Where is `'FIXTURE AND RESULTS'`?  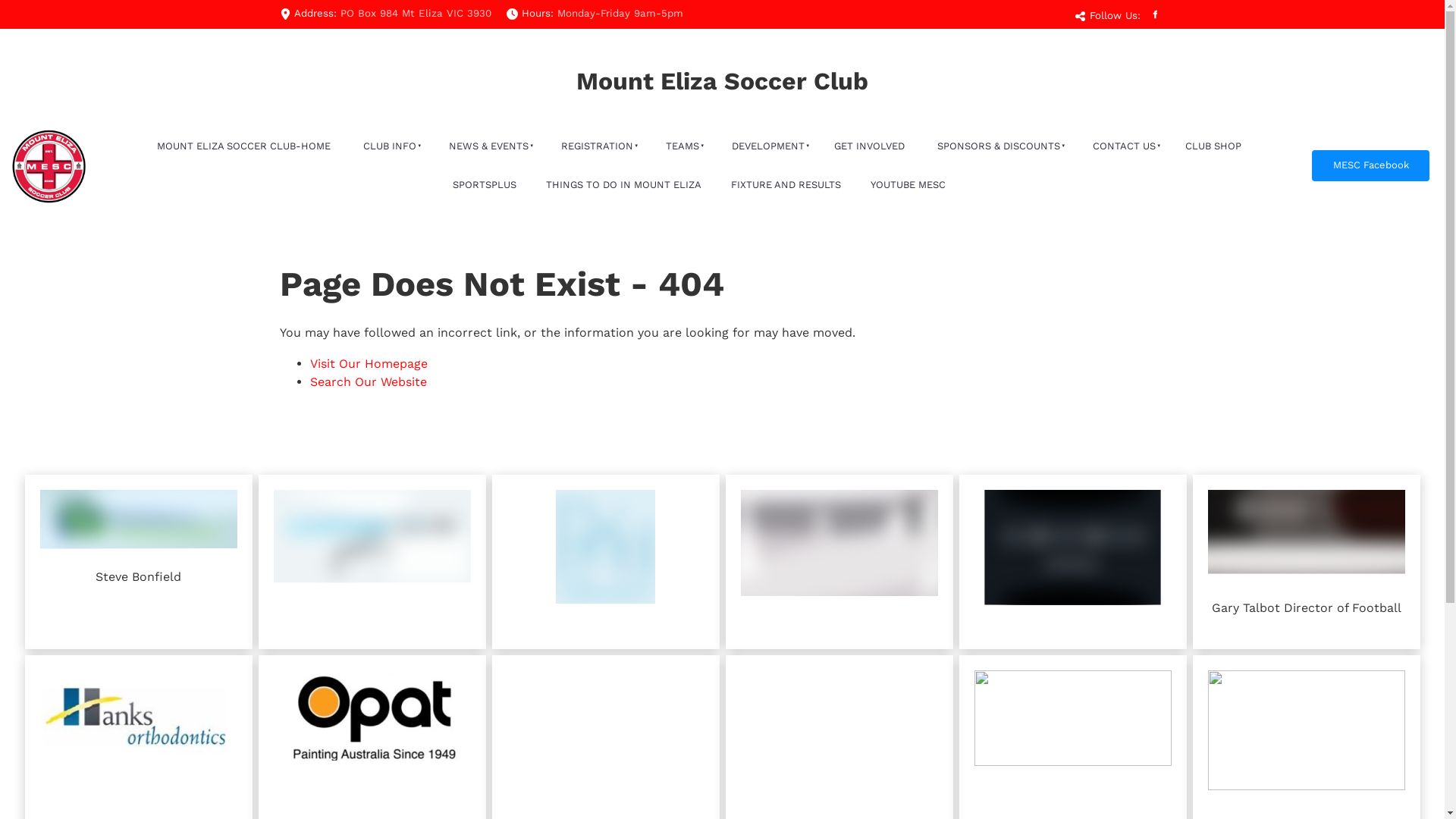
'FIXTURE AND RESULTS' is located at coordinates (786, 184).